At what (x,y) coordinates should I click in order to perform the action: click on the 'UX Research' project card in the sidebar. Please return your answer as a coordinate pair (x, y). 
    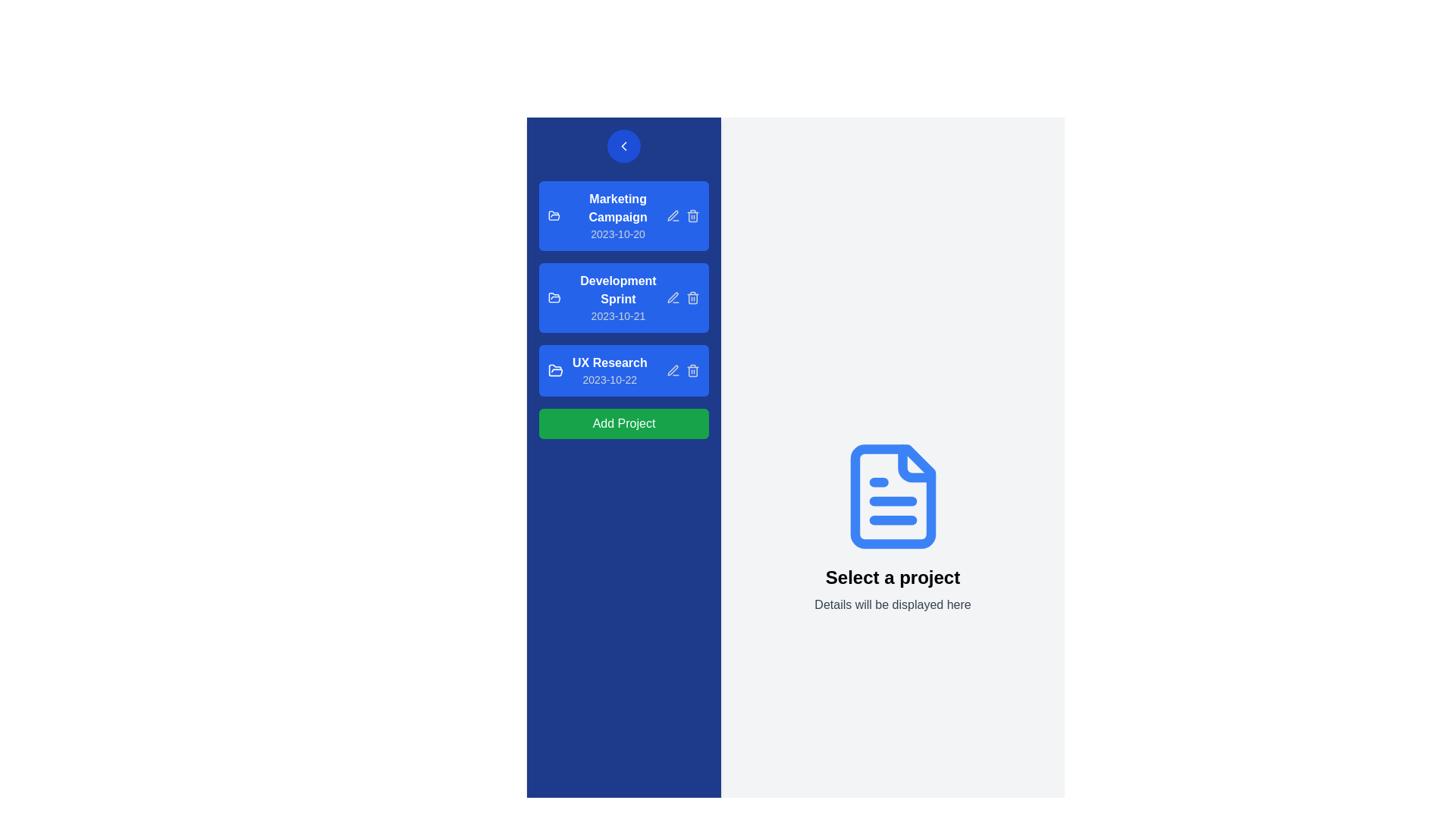
    Looking at the image, I should click on (597, 371).